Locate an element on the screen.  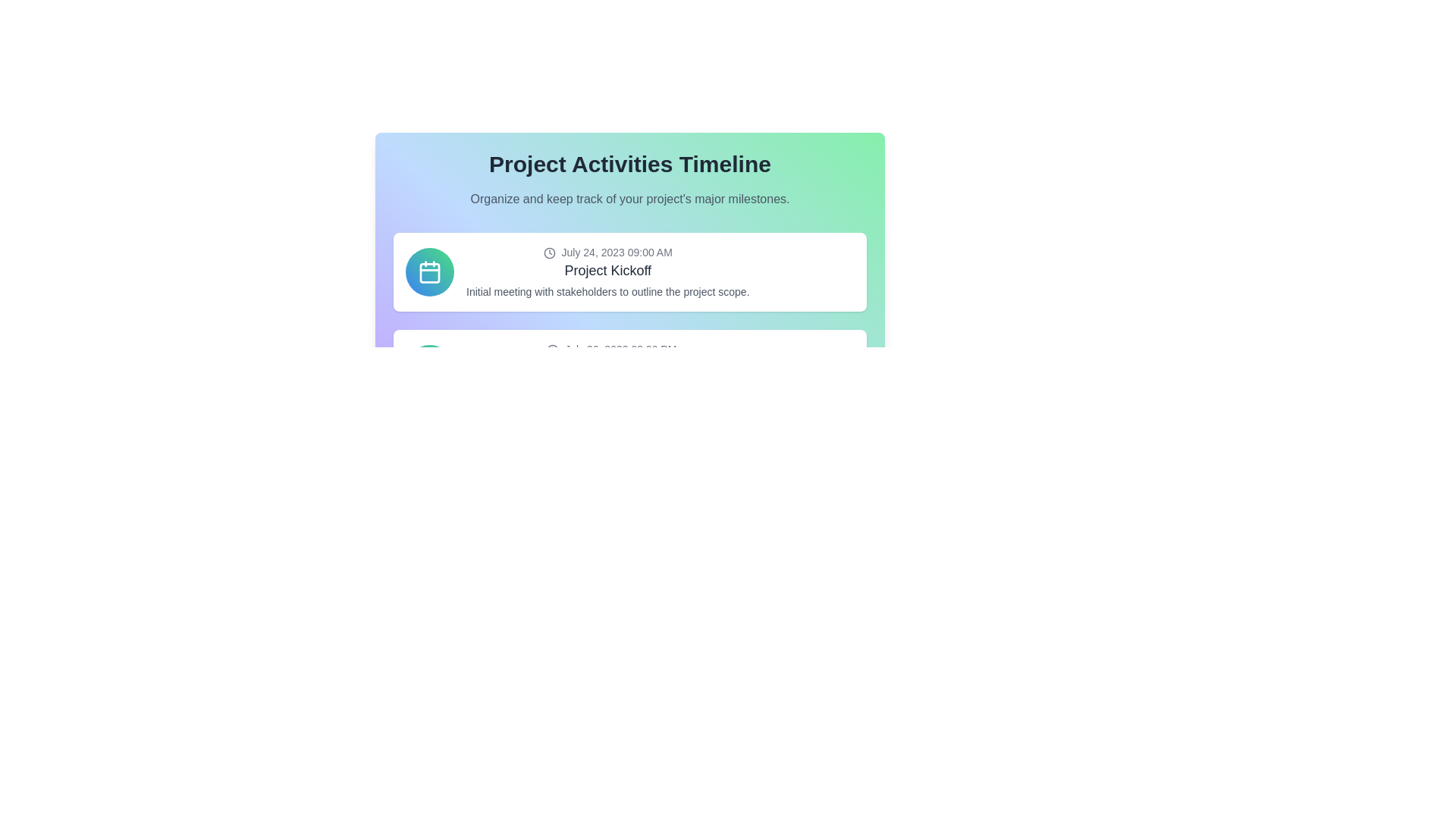
text content of the descriptive header located at the top center of the rounded box with a gradient background, which introduces the concept of tracking project activities and major milestones is located at coordinates (629, 178).